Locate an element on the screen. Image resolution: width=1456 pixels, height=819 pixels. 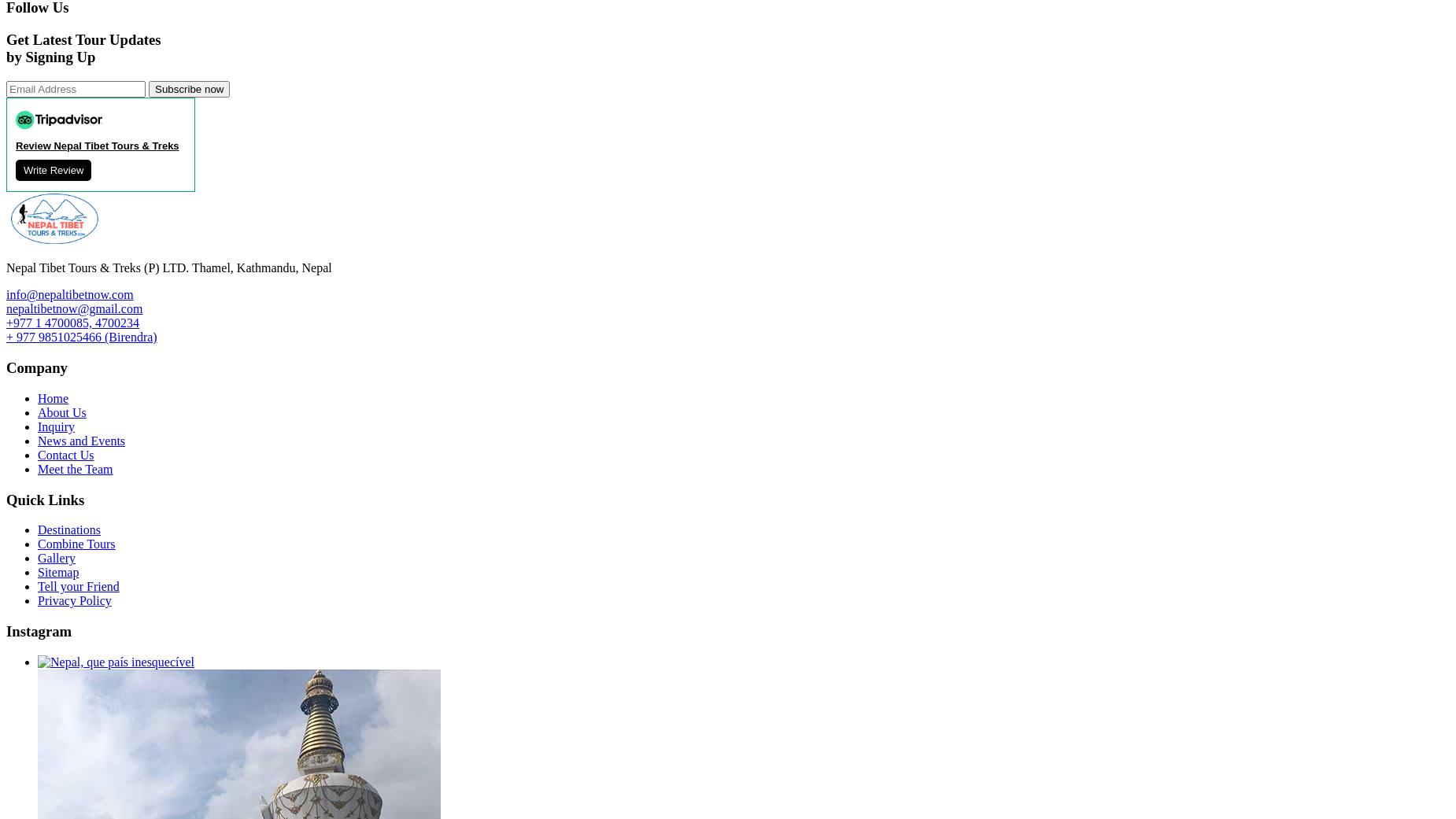
'Meet the Team' is located at coordinates (74, 468).